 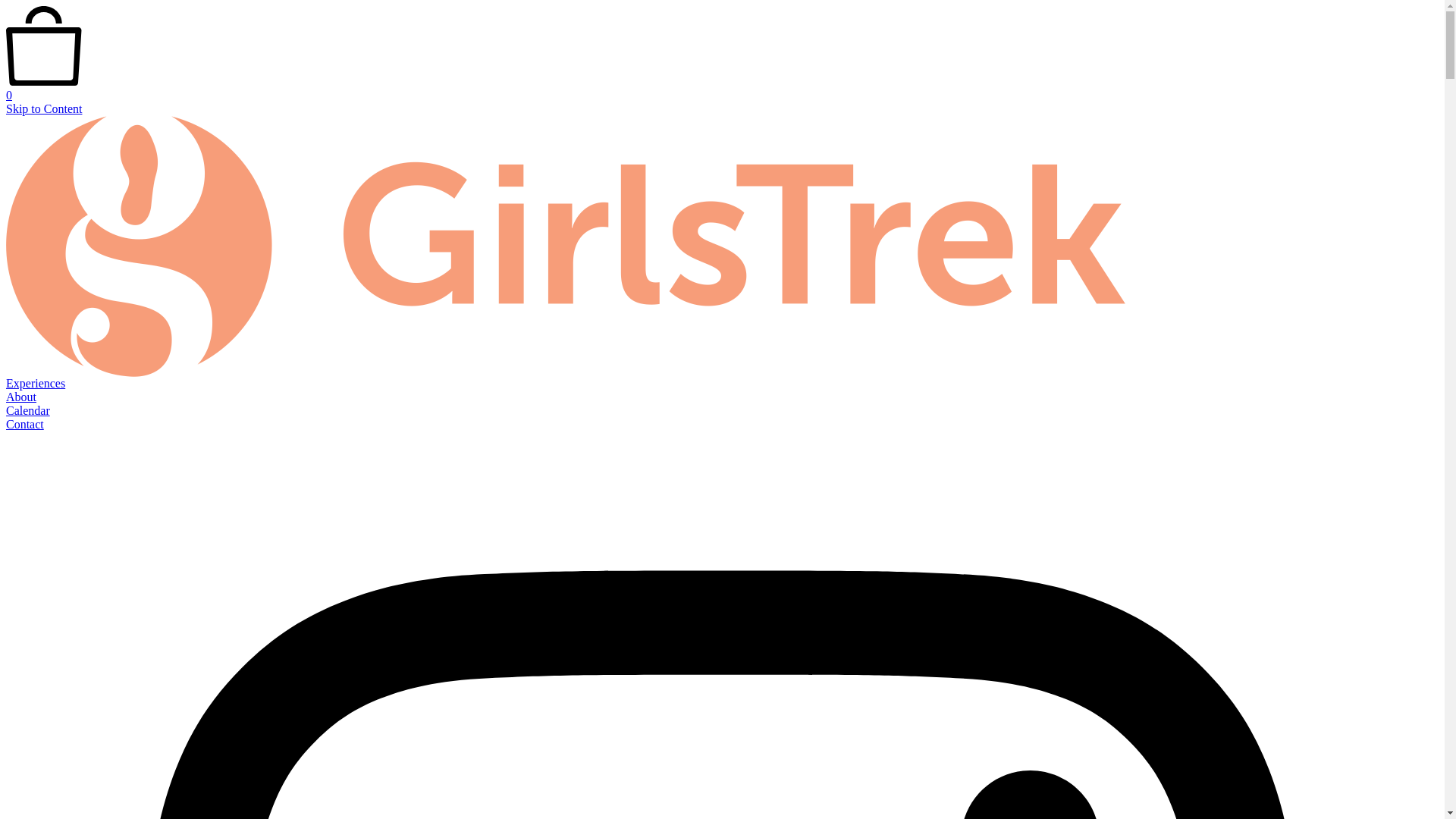 I want to click on 'About', so click(x=21, y=396).